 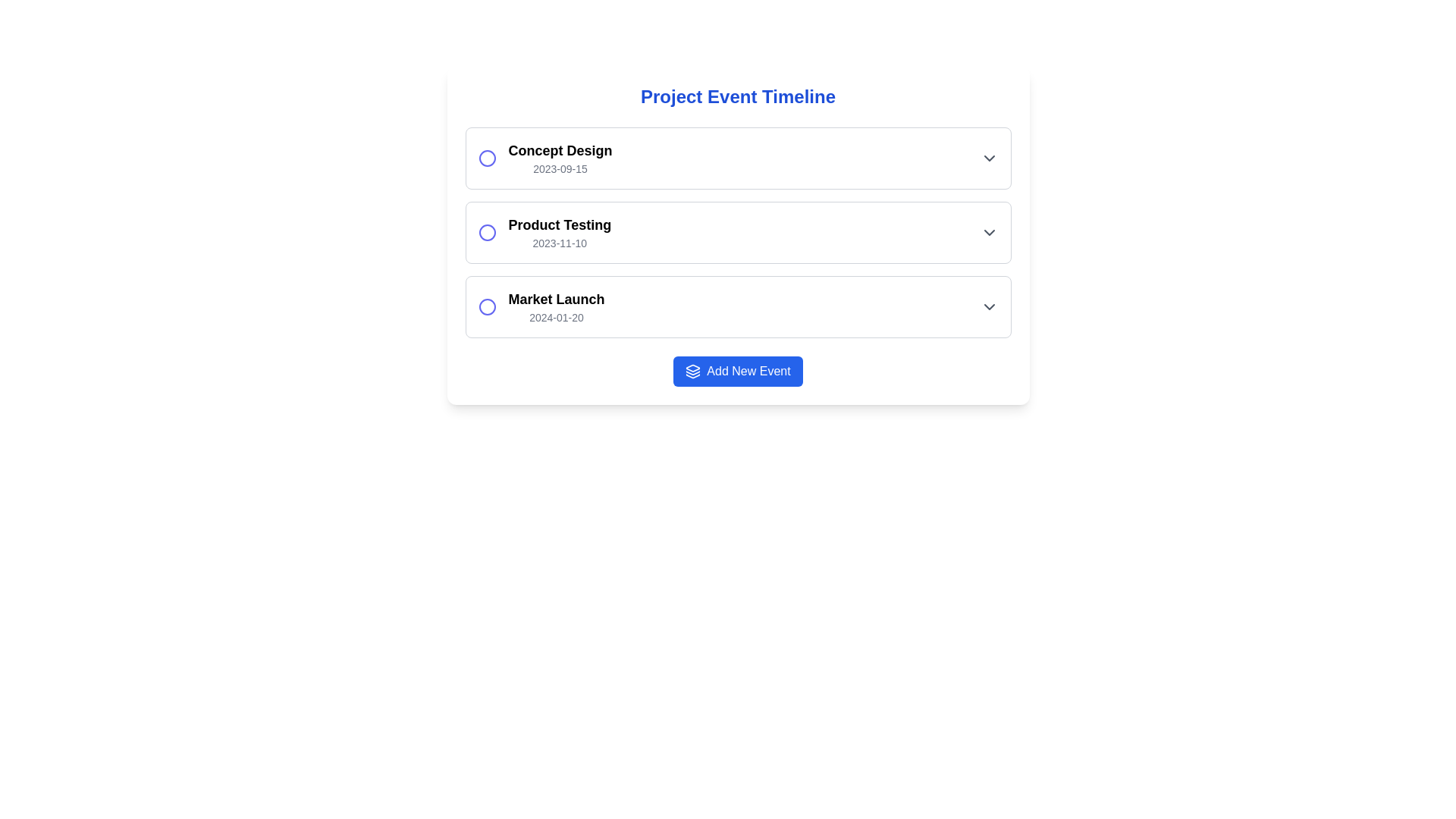 I want to click on the button located at the center-bottom of the interface, so click(x=738, y=371).